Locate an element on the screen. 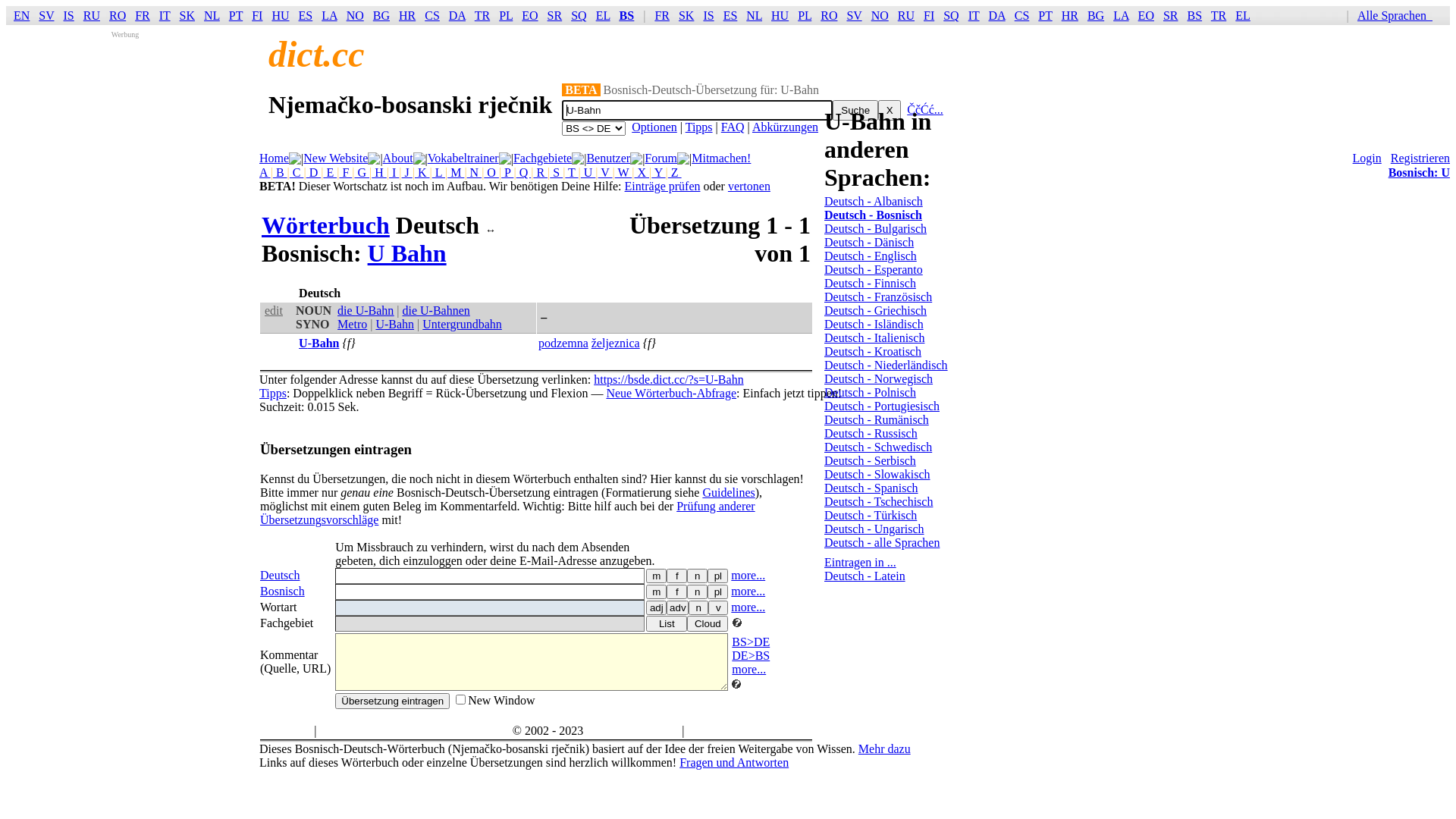 The width and height of the screenshot is (1456, 819). 'I' is located at coordinates (394, 171).